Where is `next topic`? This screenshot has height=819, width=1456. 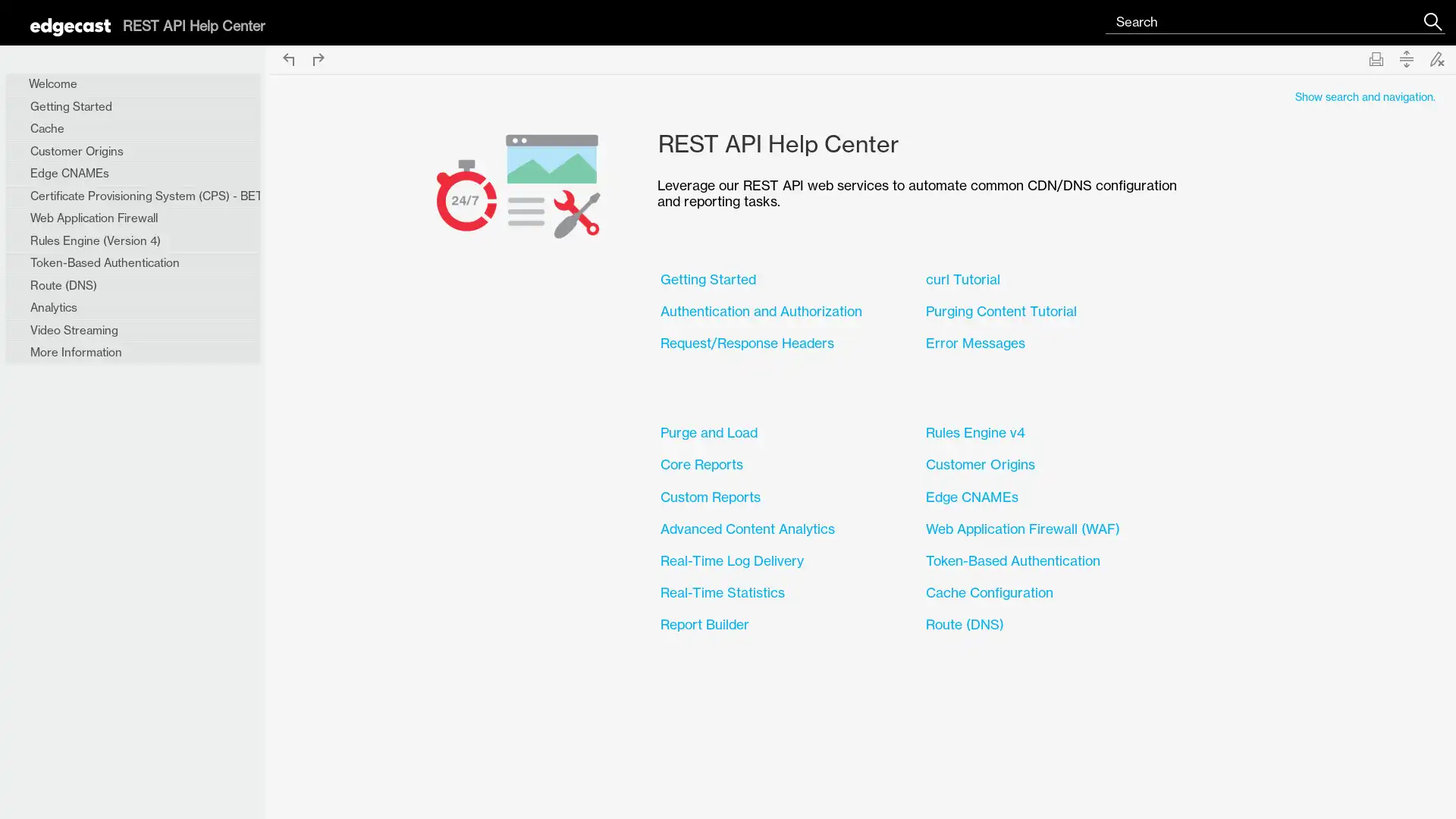 next topic is located at coordinates (318, 58).